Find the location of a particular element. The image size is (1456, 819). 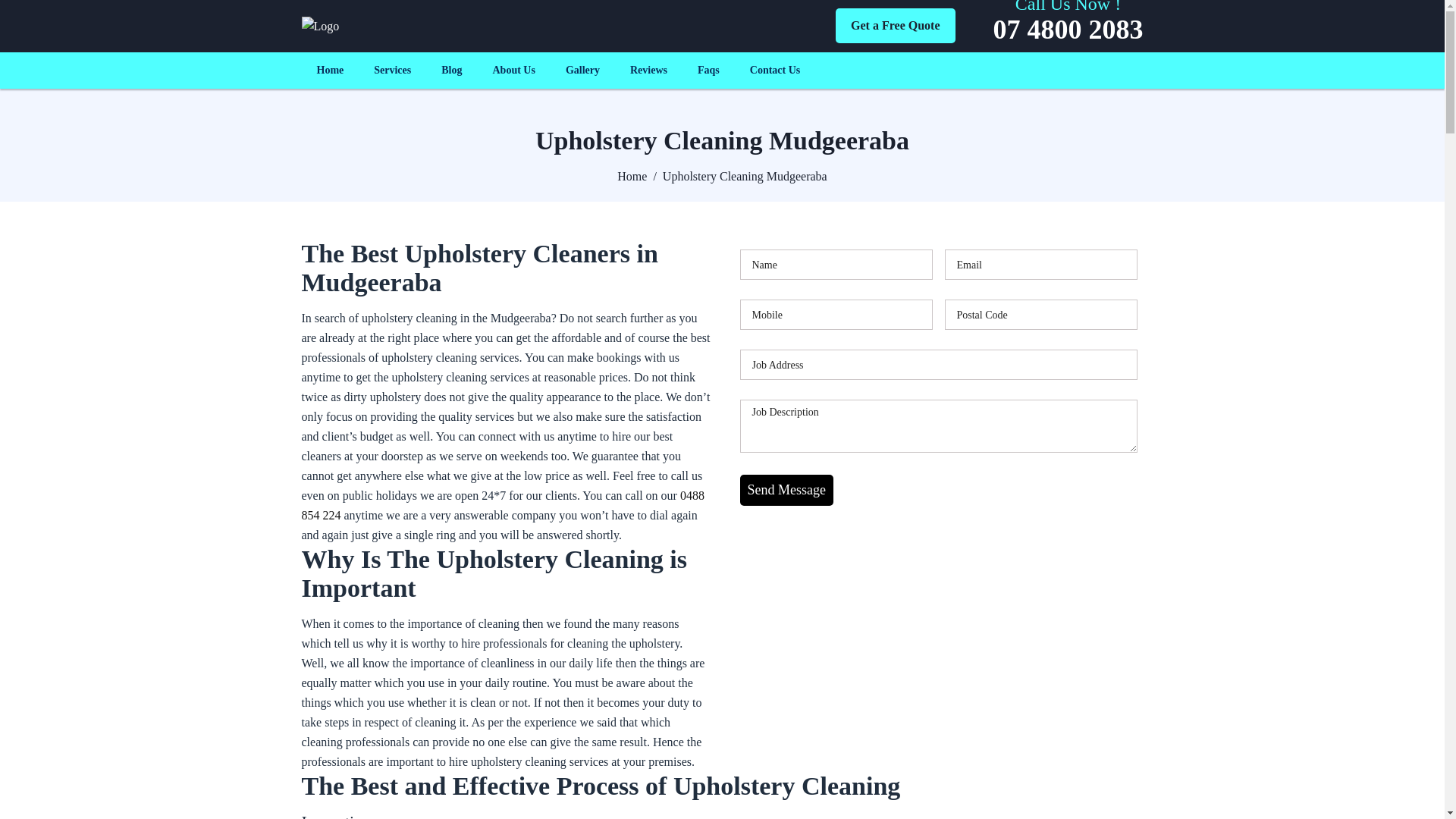

'Faqs' is located at coordinates (708, 70).